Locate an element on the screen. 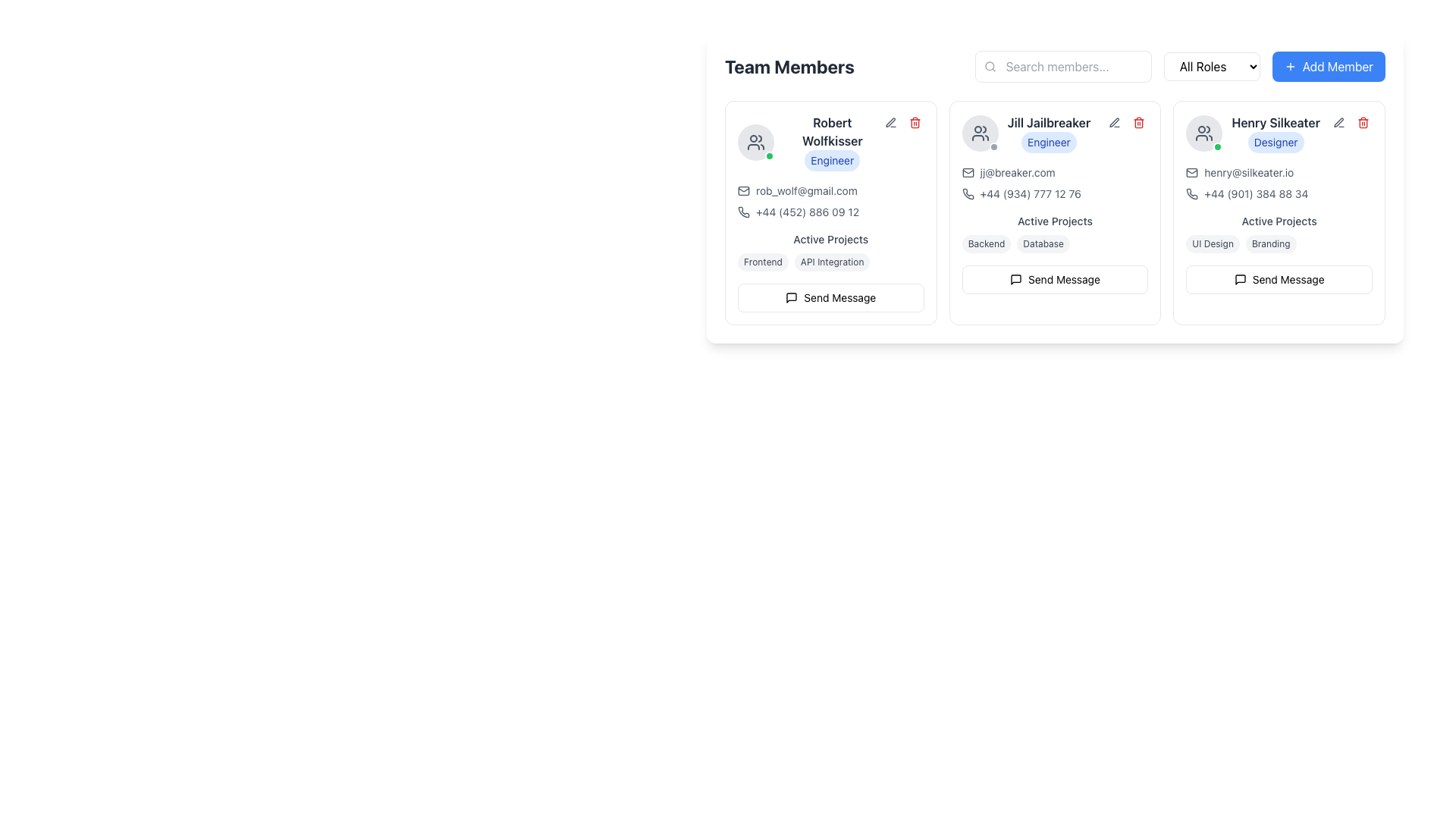 The height and width of the screenshot is (819, 1456). the Badge or Label indicating the role of 'Robert Wolfkisser' located directly below their name in the 'Team Members' section is located at coordinates (831, 161).